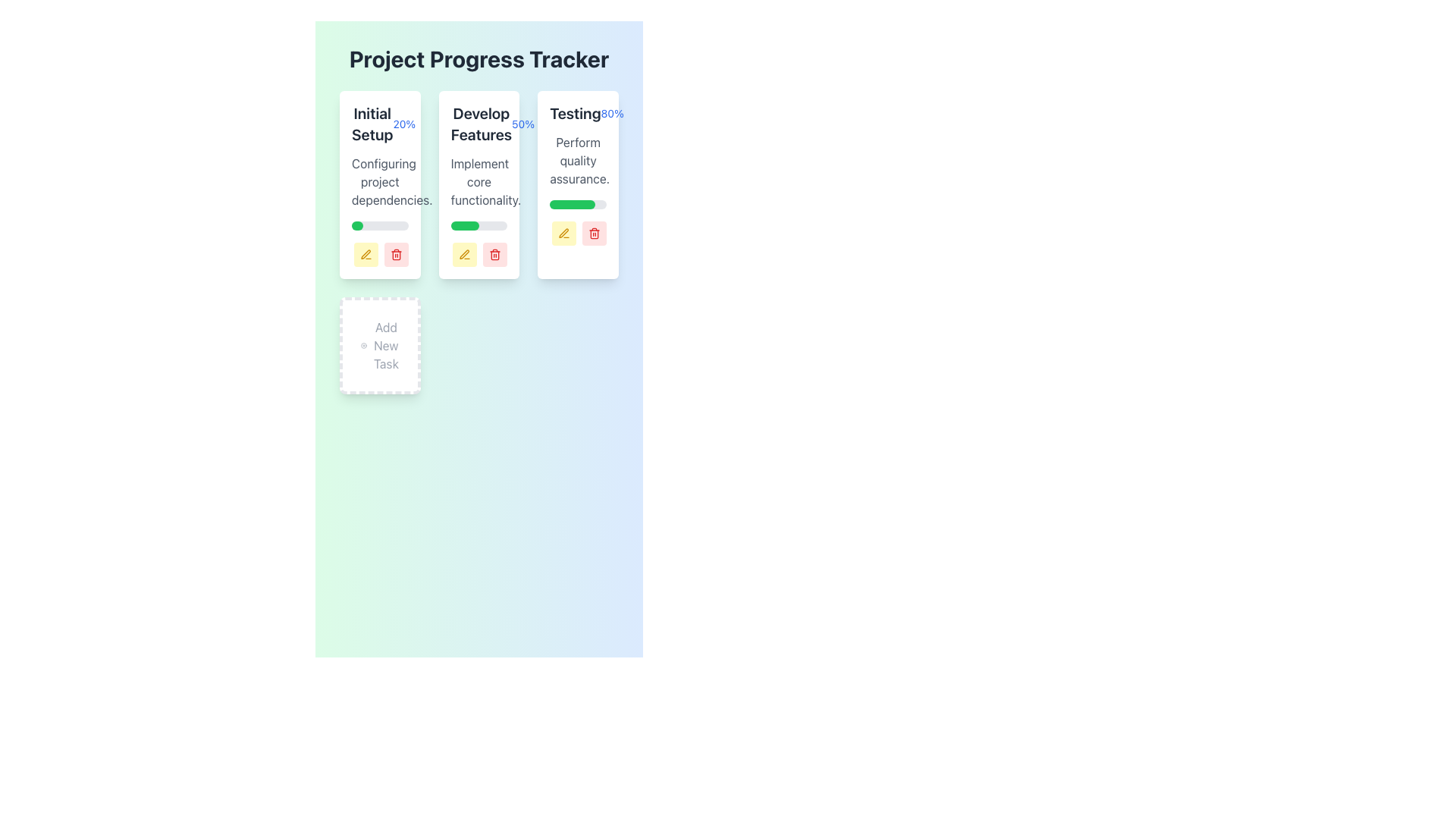 Image resolution: width=1456 pixels, height=819 pixels. Describe the element at coordinates (577, 184) in the screenshot. I see `the progress bar of the Card Component titled 'Testing', which displays a progress percentage of '80%' and is located in the third column of the grid layout` at that location.